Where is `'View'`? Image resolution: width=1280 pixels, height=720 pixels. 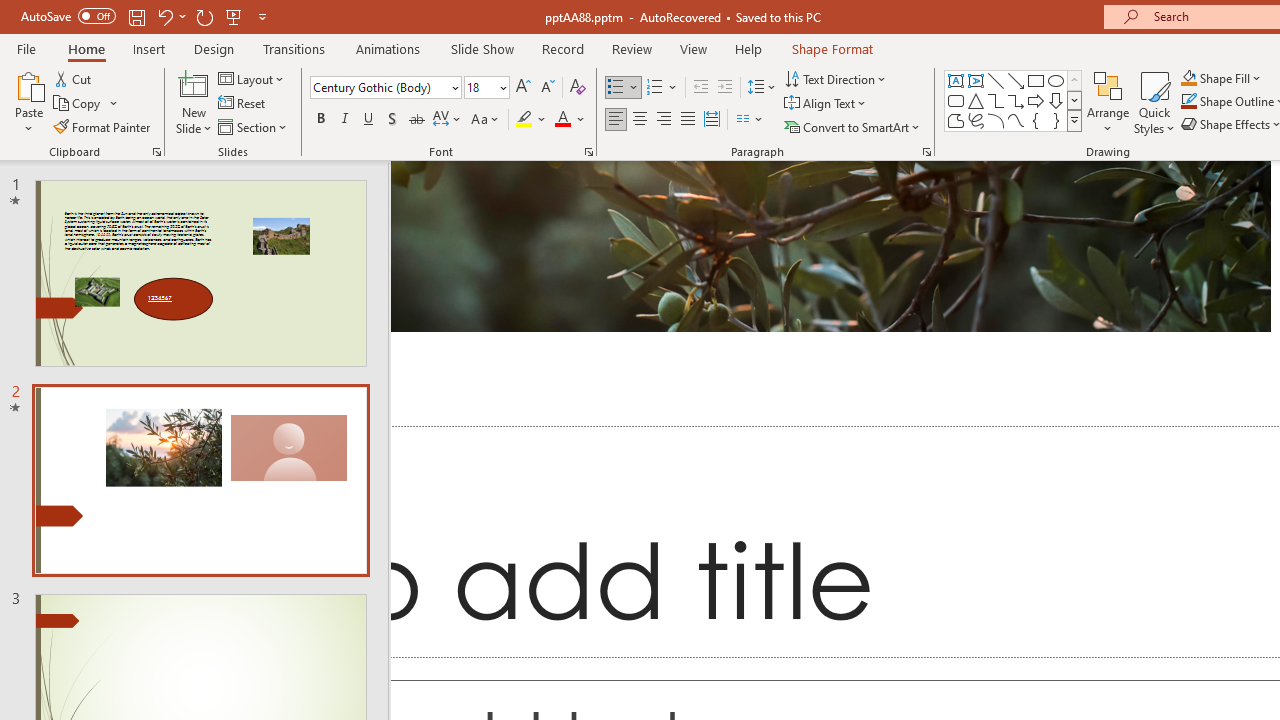 'View' is located at coordinates (693, 48).